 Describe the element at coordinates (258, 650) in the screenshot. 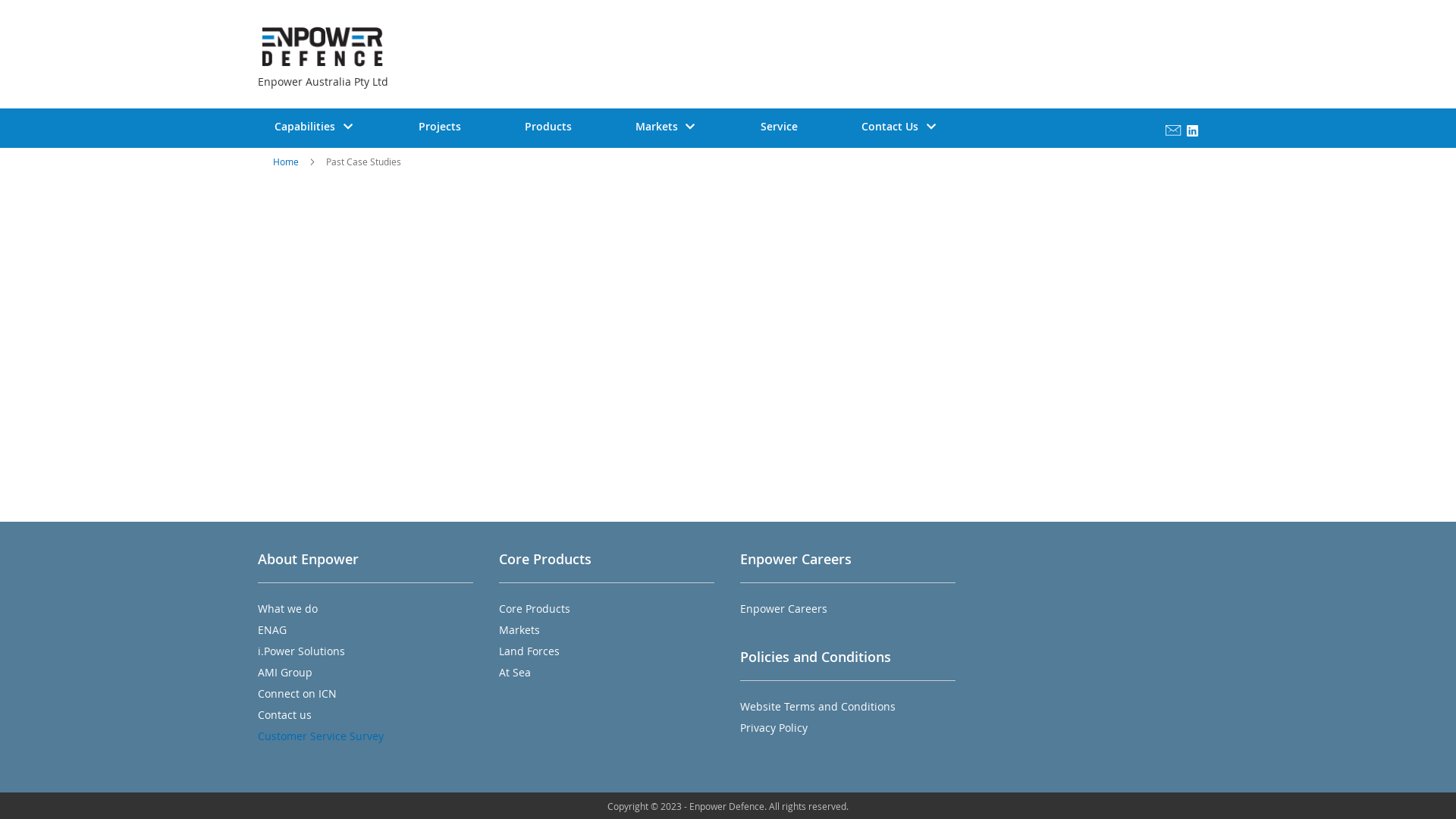

I see `'i.Power Solutions'` at that location.